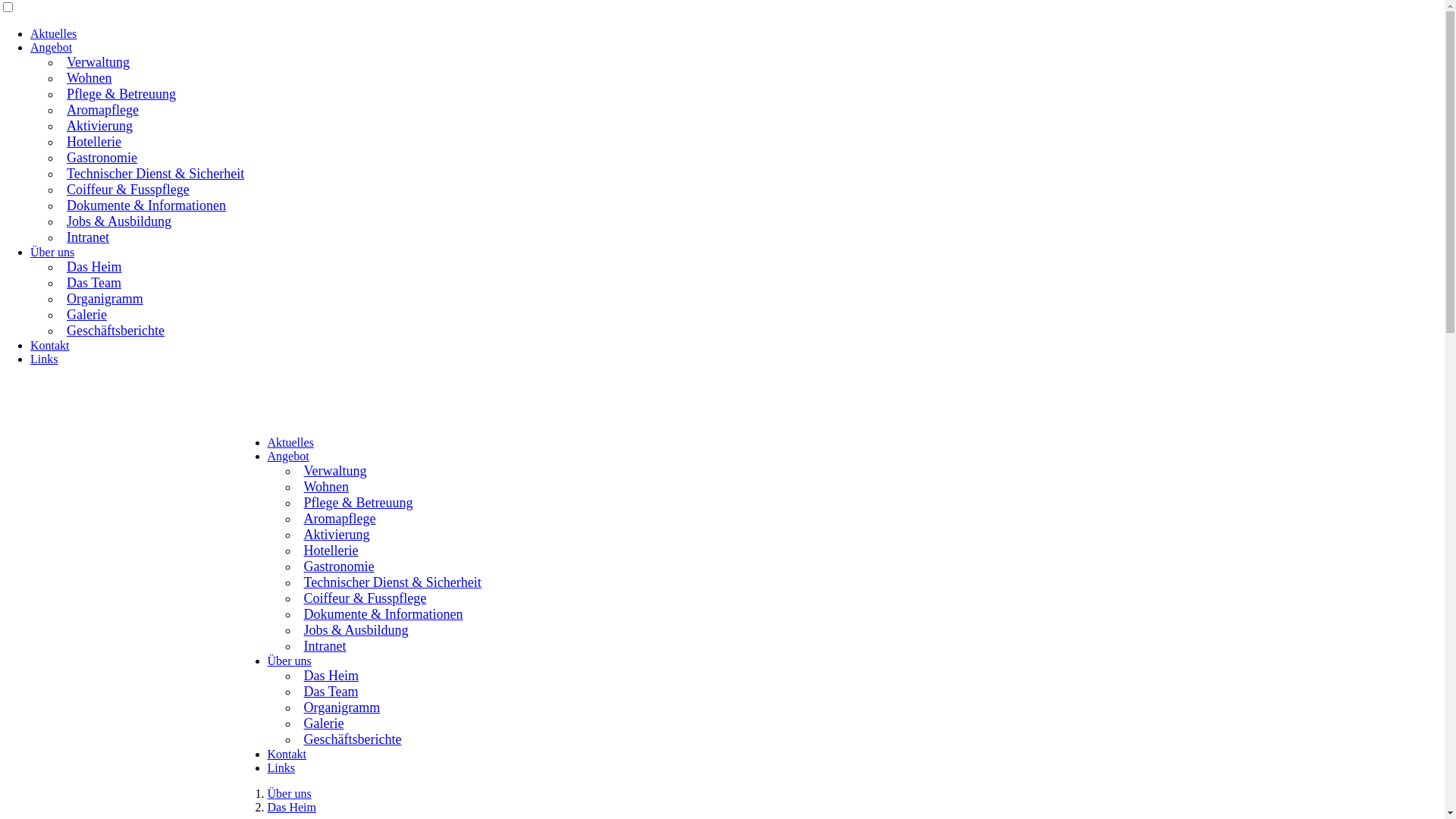 Image resolution: width=1456 pixels, height=819 pixels. Describe the element at coordinates (119, 93) in the screenshot. I see `'Pflege & Betreuung'` at that location.